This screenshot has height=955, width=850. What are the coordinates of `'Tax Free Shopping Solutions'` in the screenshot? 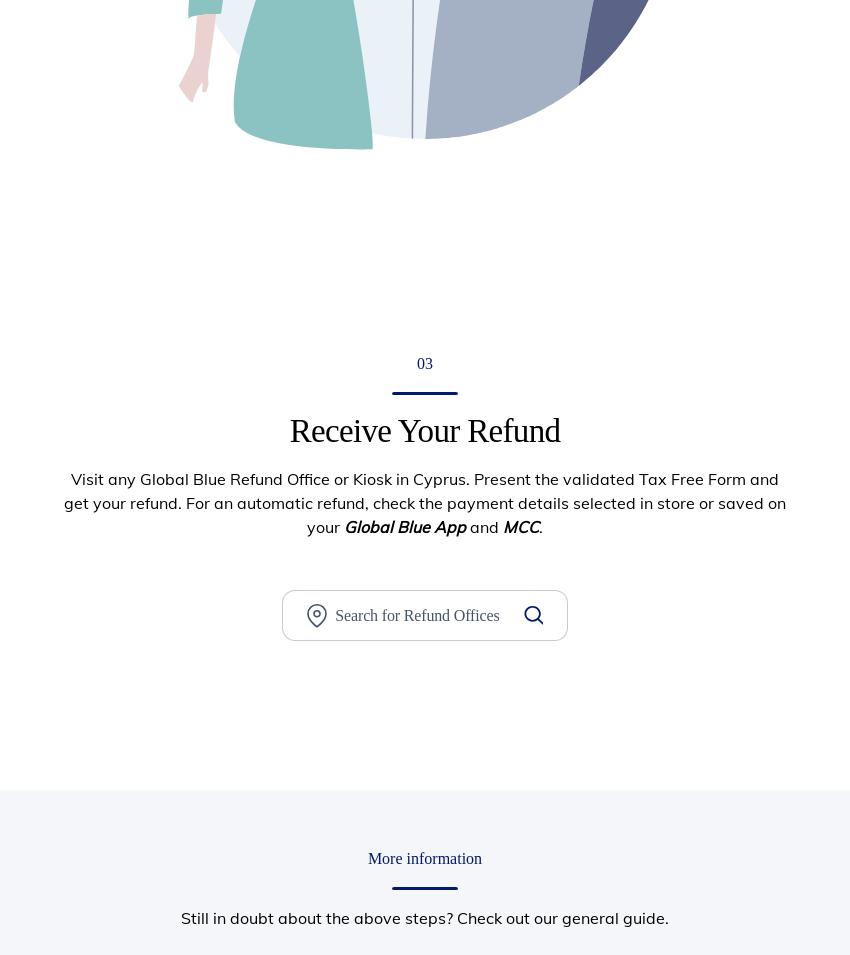 It's located at (486, 417).